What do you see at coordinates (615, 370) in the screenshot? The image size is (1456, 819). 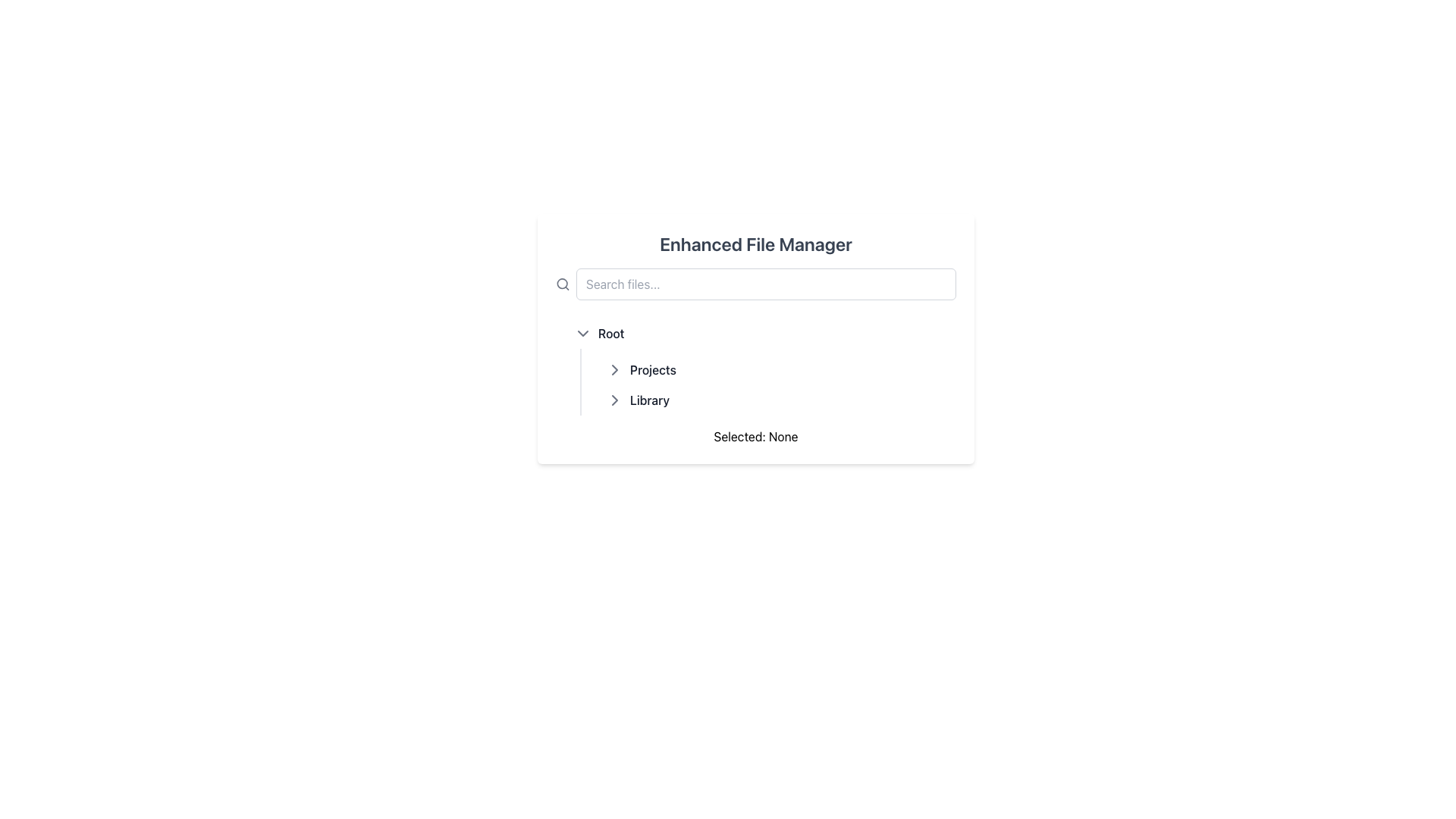 I see `the small rightward-pointing arrow icon in the file manager interface next to the 'Projects' label` at bounding box center [615, 370].